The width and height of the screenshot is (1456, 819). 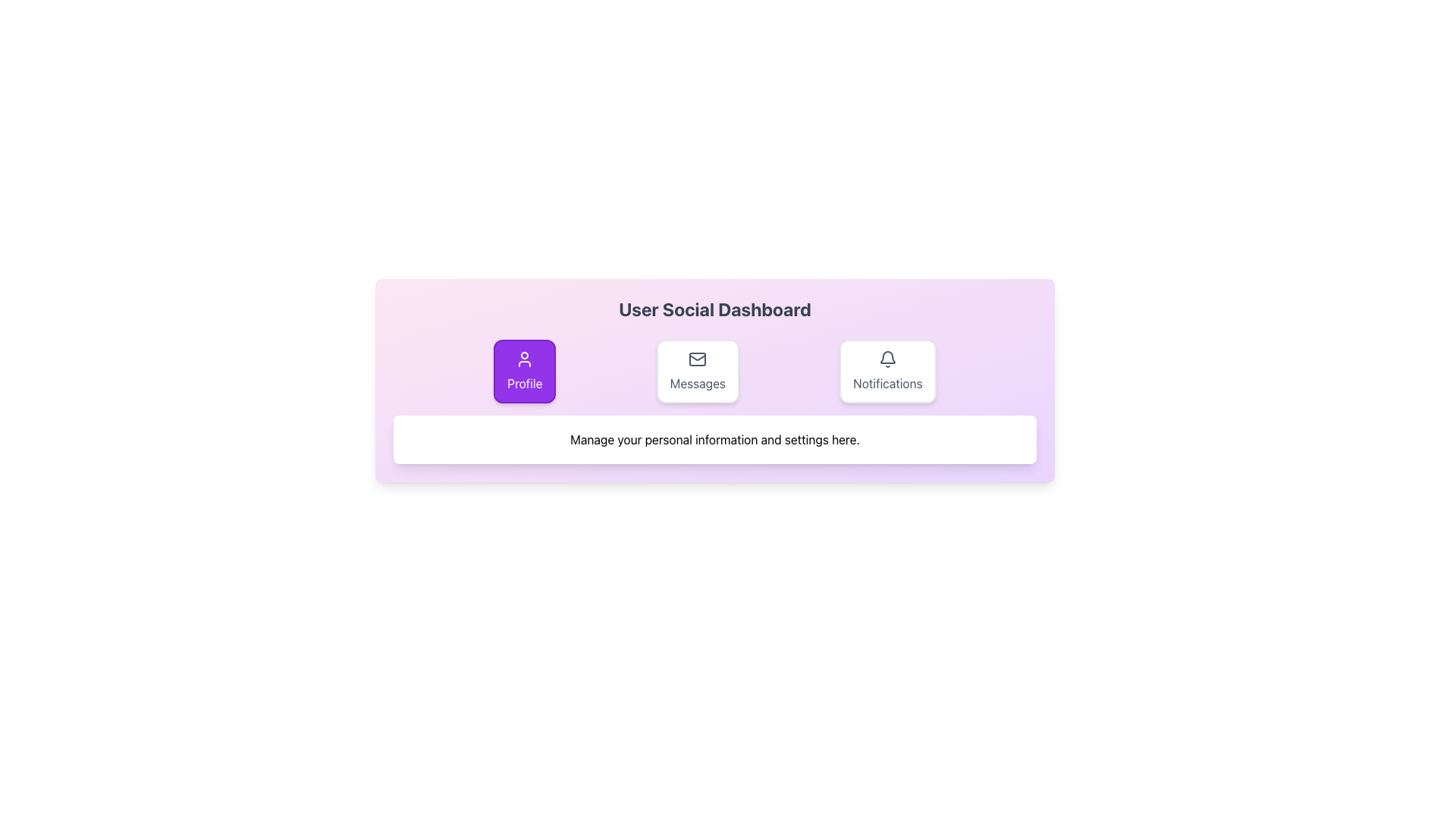 What do you see at coordinates (525, 382) in the screenshot?
I see `the 'Profile' button, which displays the text 'Profile' in white on a purple background` at bounding box center [525, 382].